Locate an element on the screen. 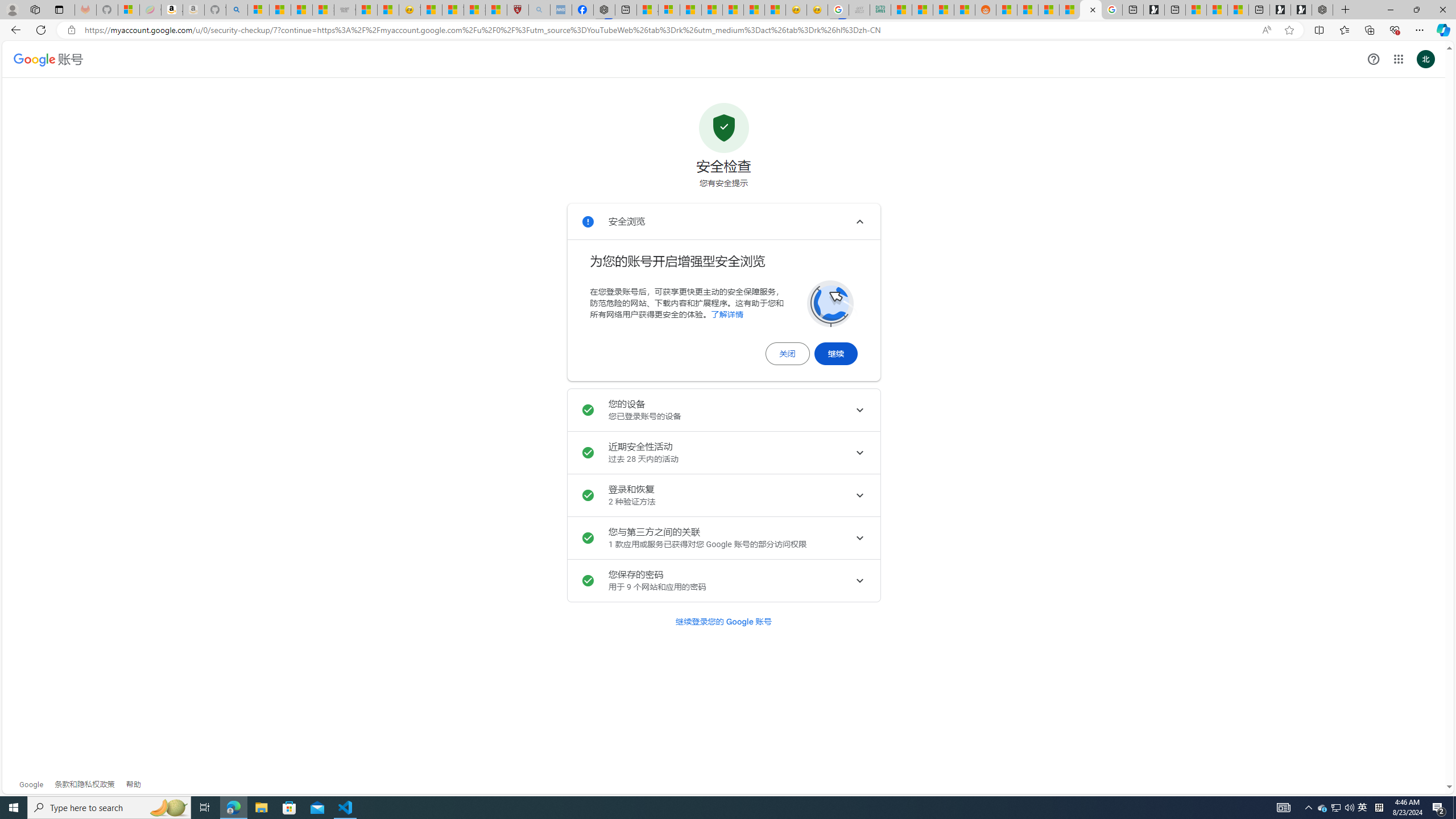 This screenshot has height=819, width=1456. 'Class: gb_E' is located at coordinates (1398, 59).